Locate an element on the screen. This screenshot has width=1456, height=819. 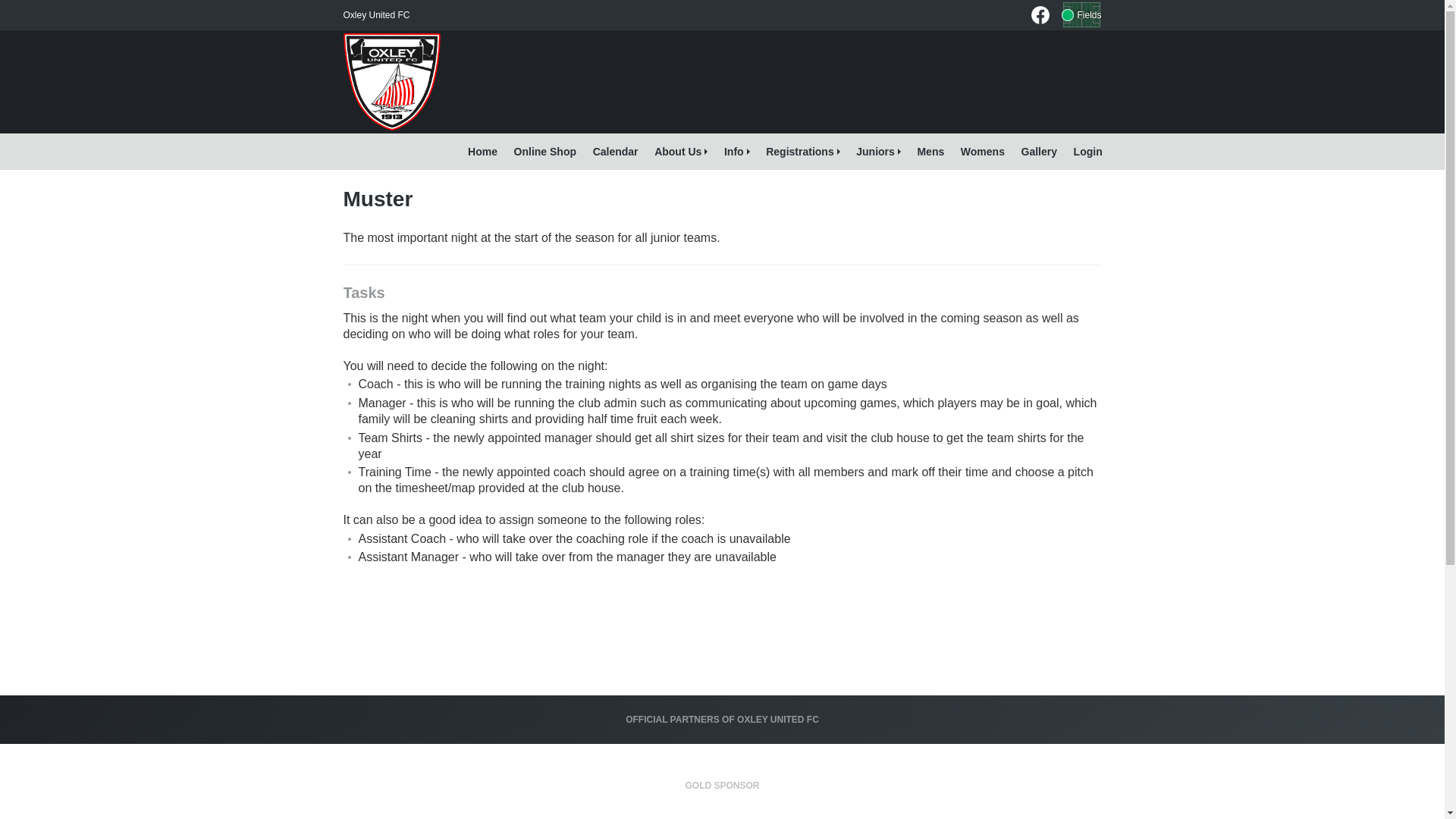
'Juniors' is located at coordinates (877, 152).